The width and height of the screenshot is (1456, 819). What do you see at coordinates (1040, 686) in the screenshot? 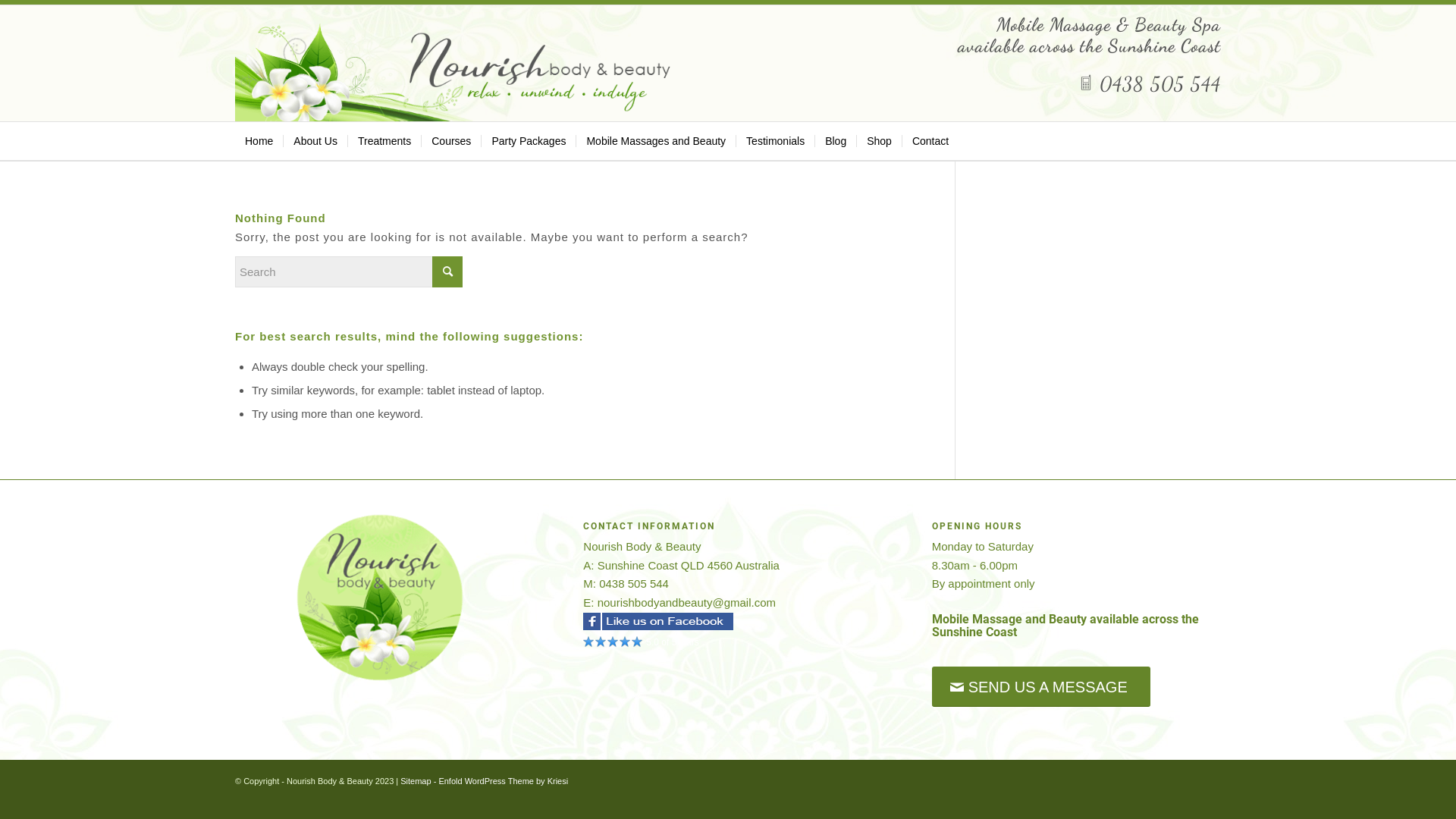
I see `'SEND US A MESSAGE'` at bounding box center [1040, 686].